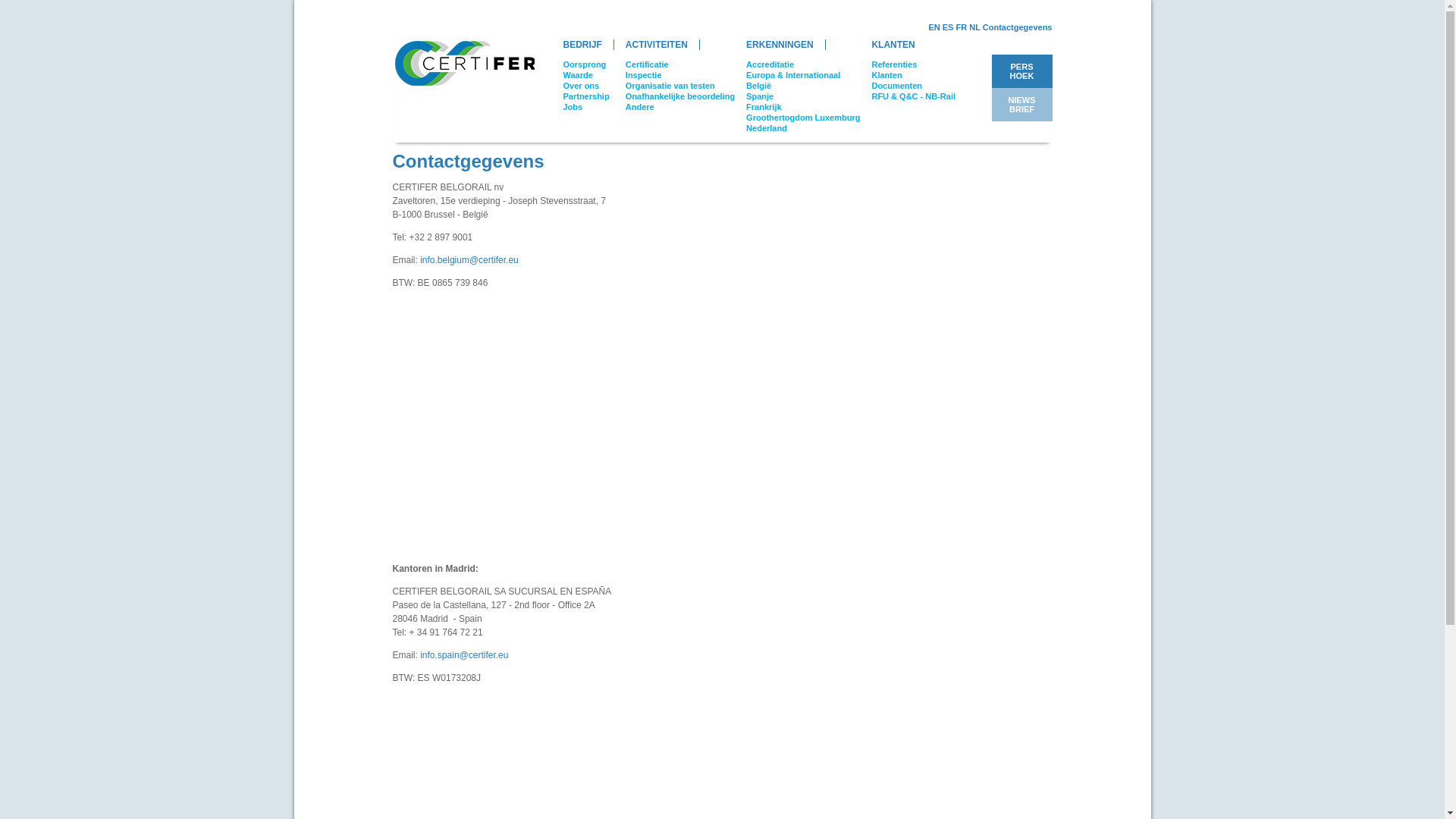  Describe the element at coordinates (893, 43) in the screenshot. I see `'KLANTEN'` at that location.